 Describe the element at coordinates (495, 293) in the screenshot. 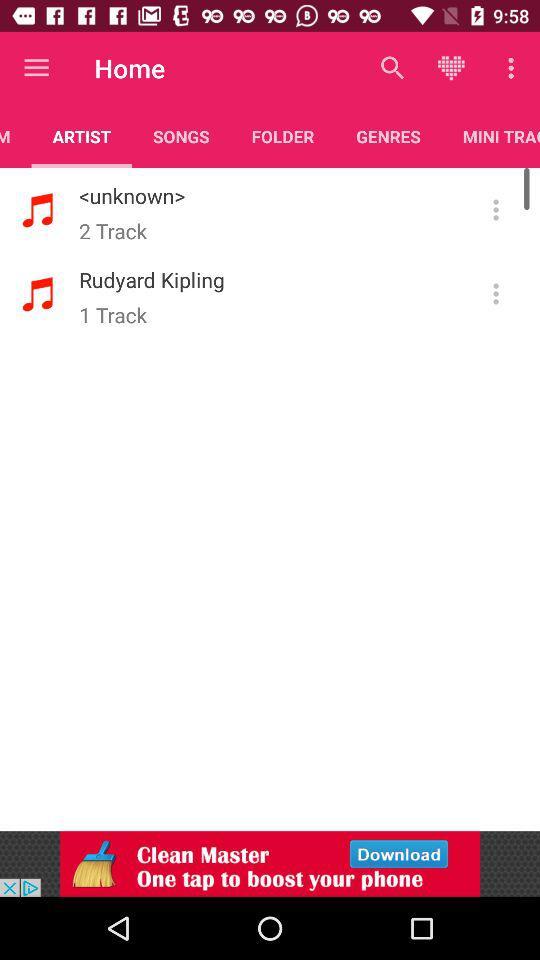

I see `click for option` at that location.